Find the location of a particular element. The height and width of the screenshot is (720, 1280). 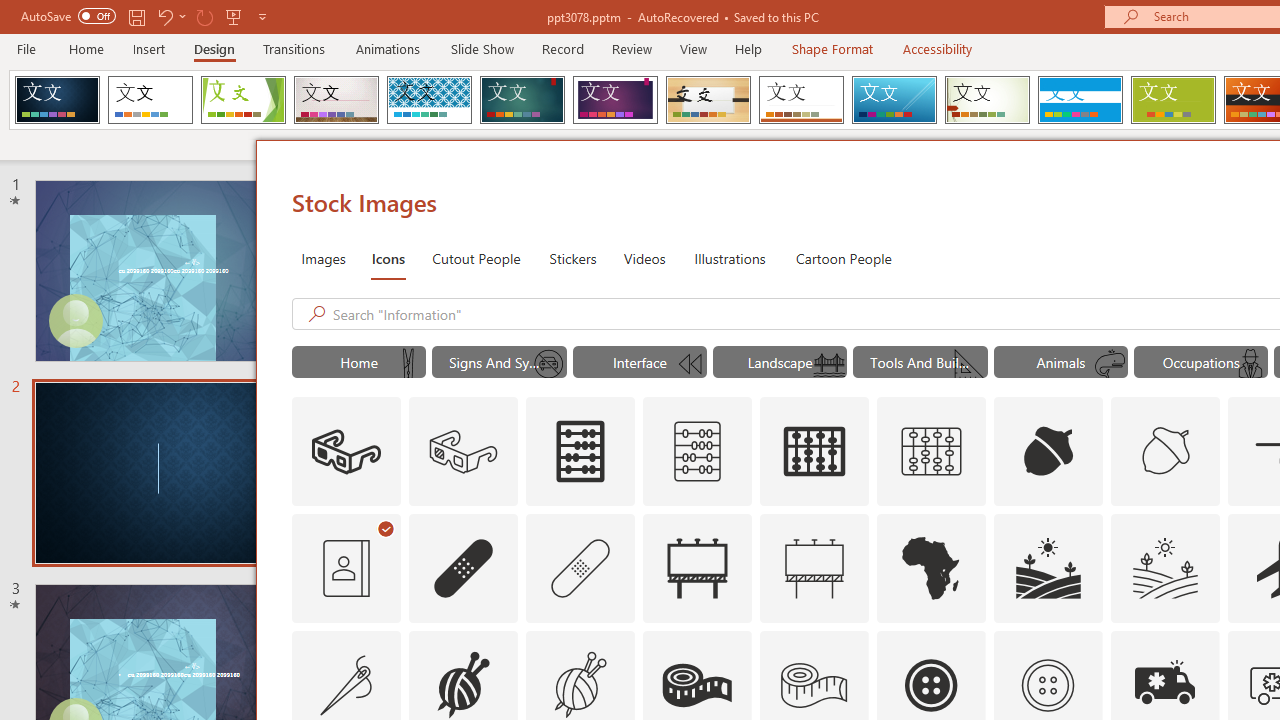

'AutomationID: Icons_AddressBook_RTL_M' is located at coordinates (346, 568).